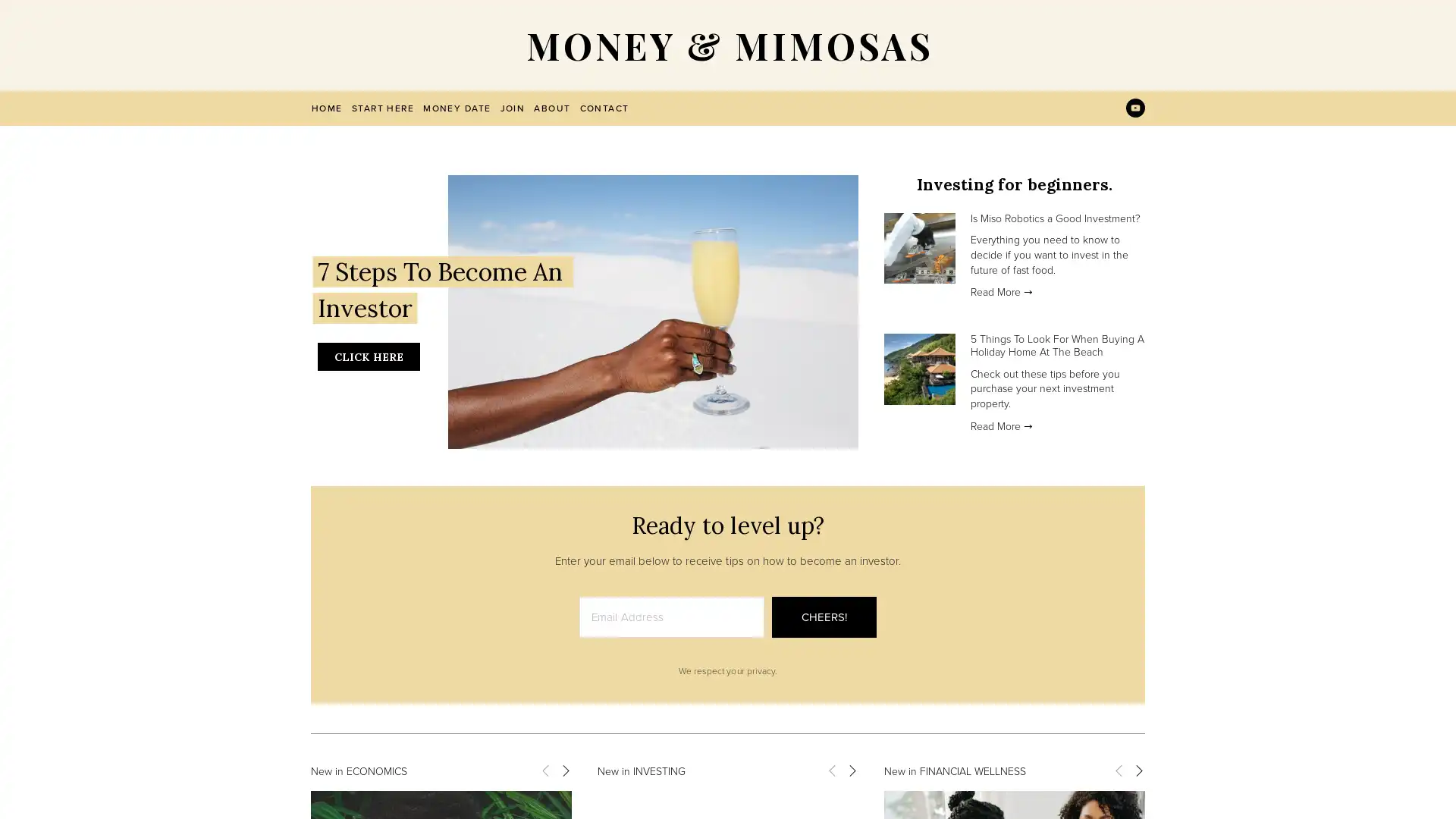 The width and height of the screenshot is (1456, 819). I want to click on Previous, so click(831, 769).